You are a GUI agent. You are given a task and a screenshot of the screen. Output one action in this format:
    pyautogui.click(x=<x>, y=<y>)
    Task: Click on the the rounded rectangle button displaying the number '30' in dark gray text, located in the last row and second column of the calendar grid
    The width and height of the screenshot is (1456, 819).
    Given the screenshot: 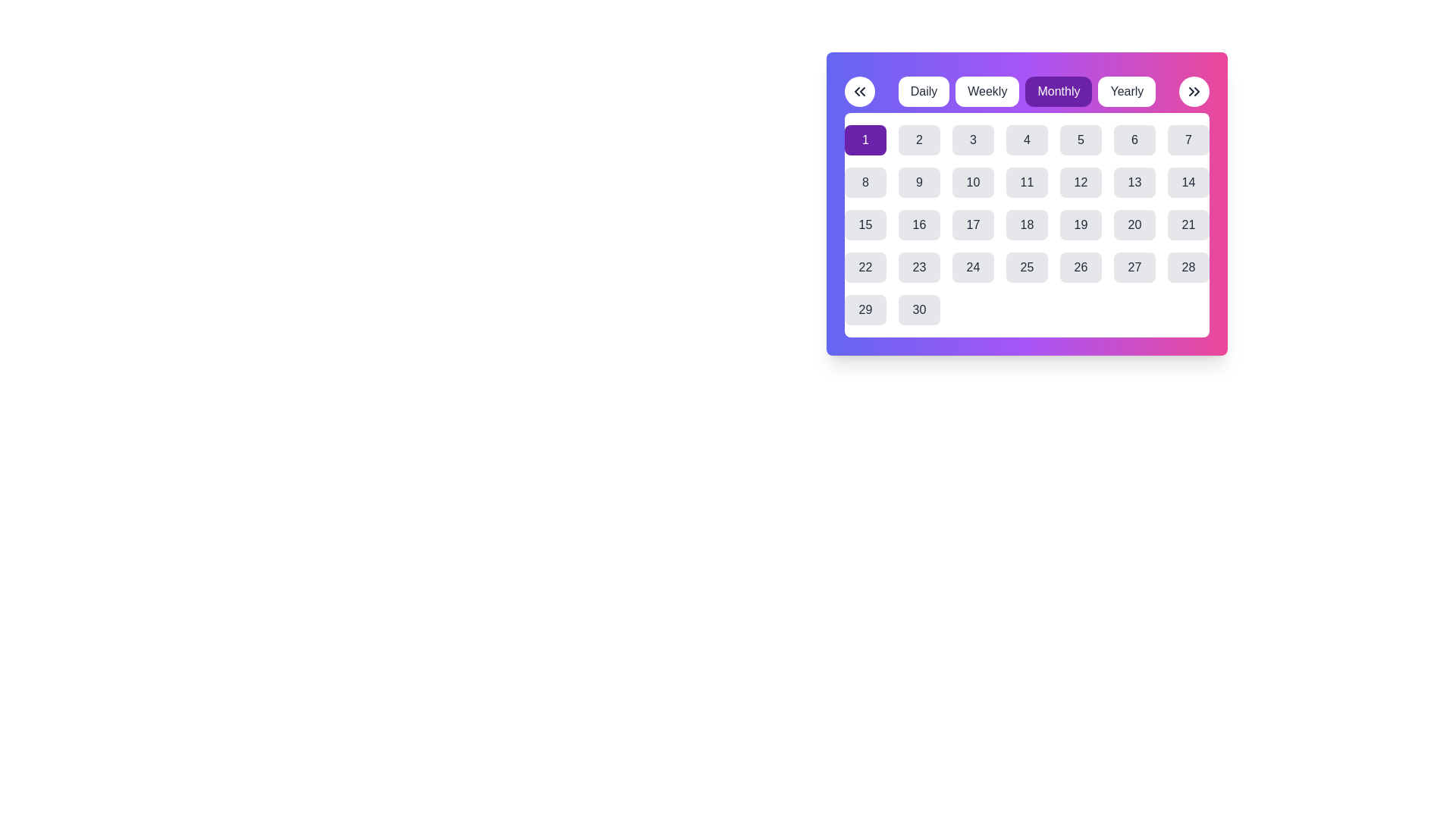 What is the action you would take?
    pyautogui.click(x=918, y=309)
    